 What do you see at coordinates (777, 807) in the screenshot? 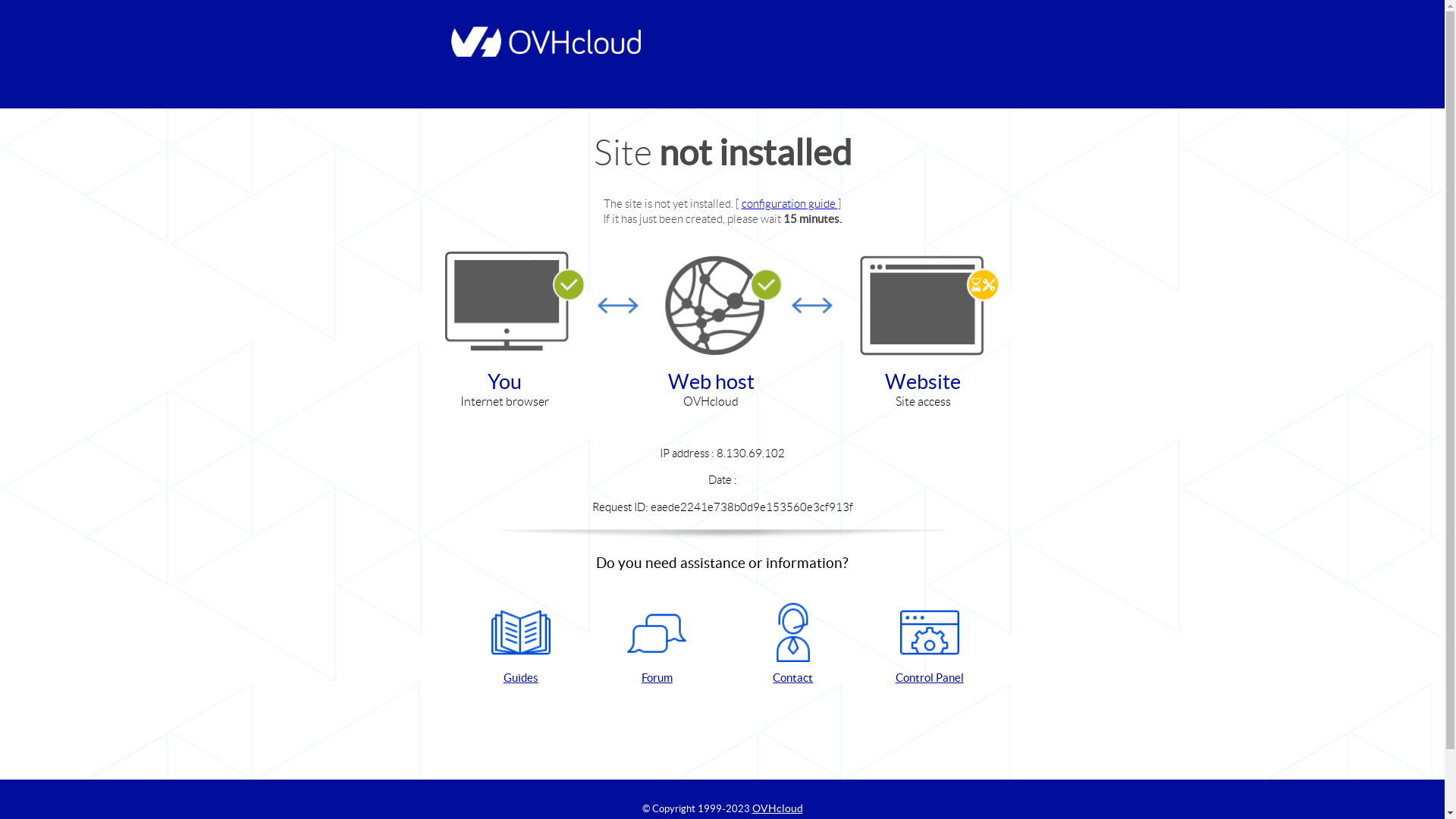
I see `'OVHcloud'` at bounding box center [777, 807].